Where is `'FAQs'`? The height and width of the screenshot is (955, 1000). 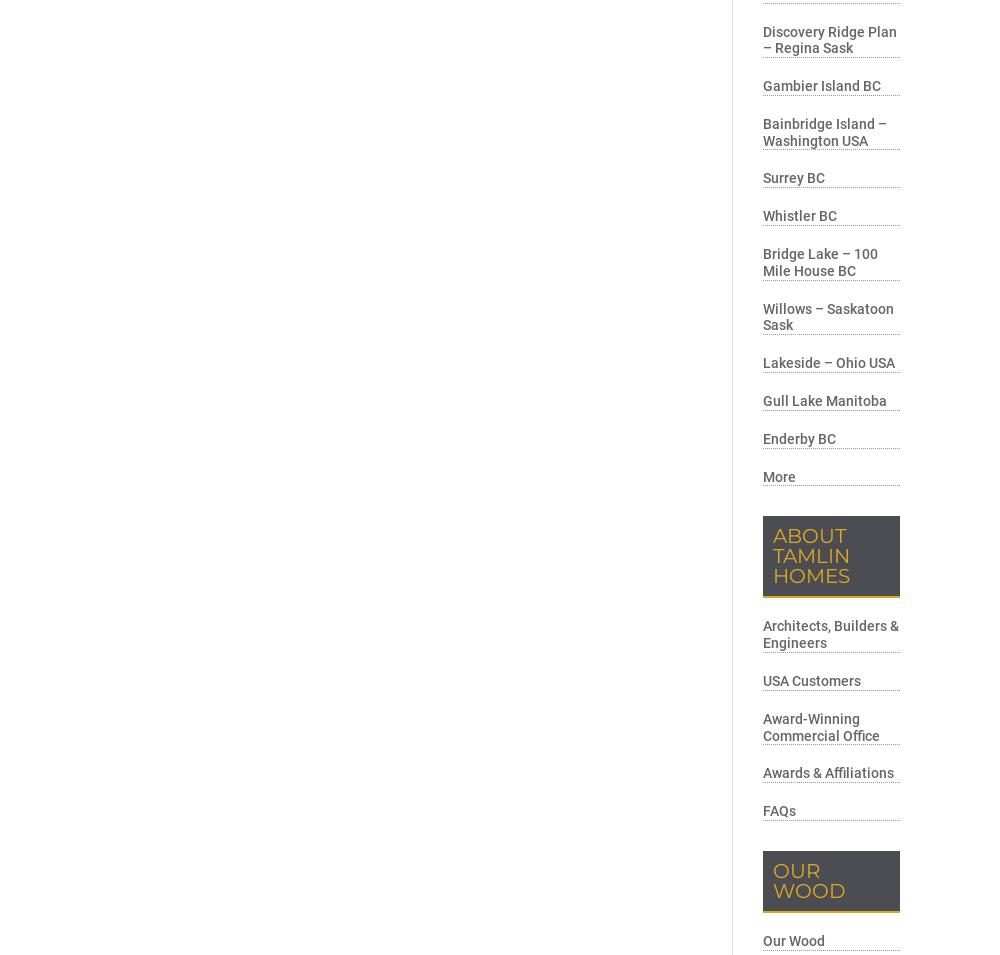 'FAQs' is located at coordinates (779, 810).